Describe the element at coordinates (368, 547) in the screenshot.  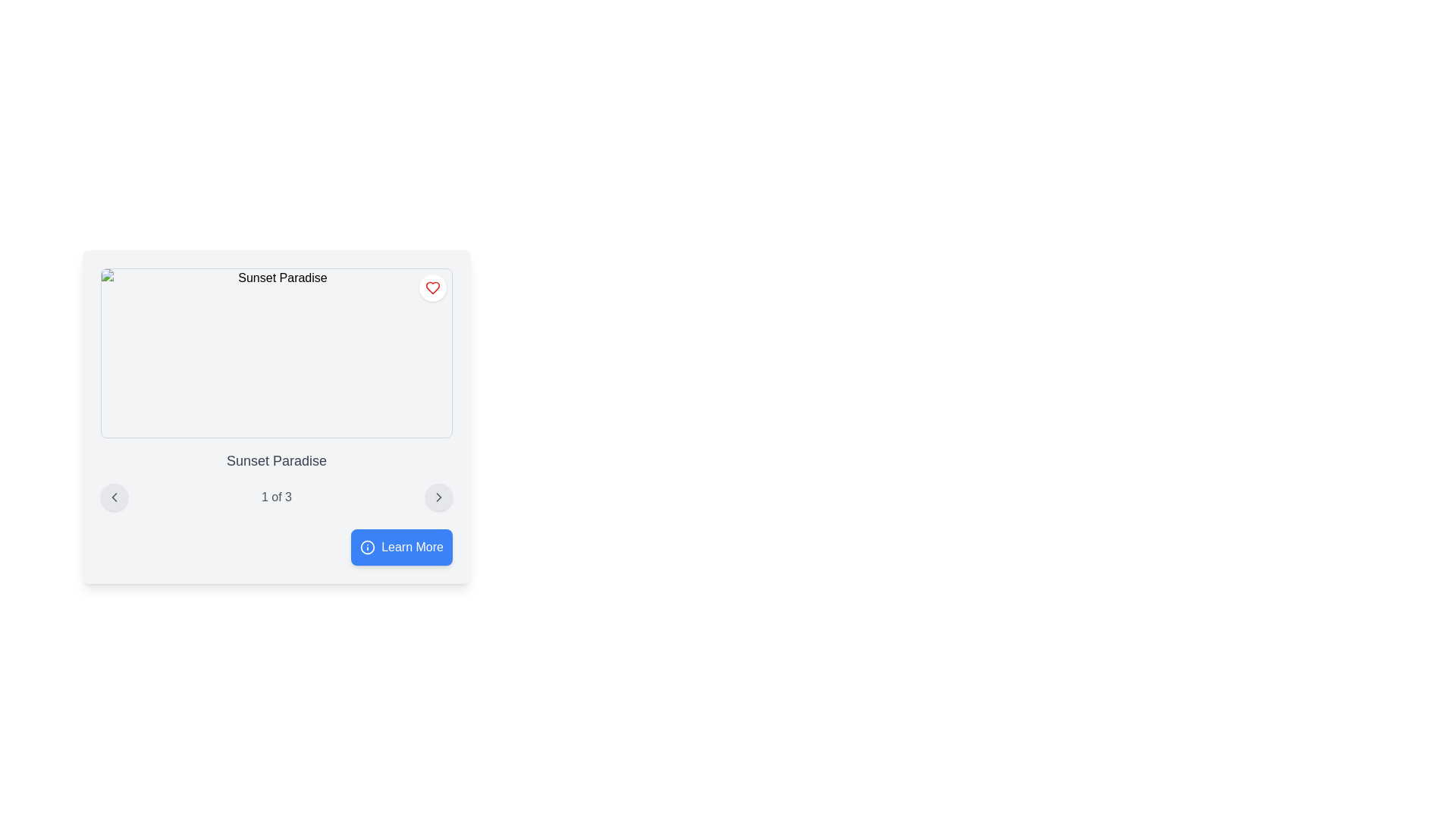
I see `the icon located on the left side of the 'Learn More' button` at that location.